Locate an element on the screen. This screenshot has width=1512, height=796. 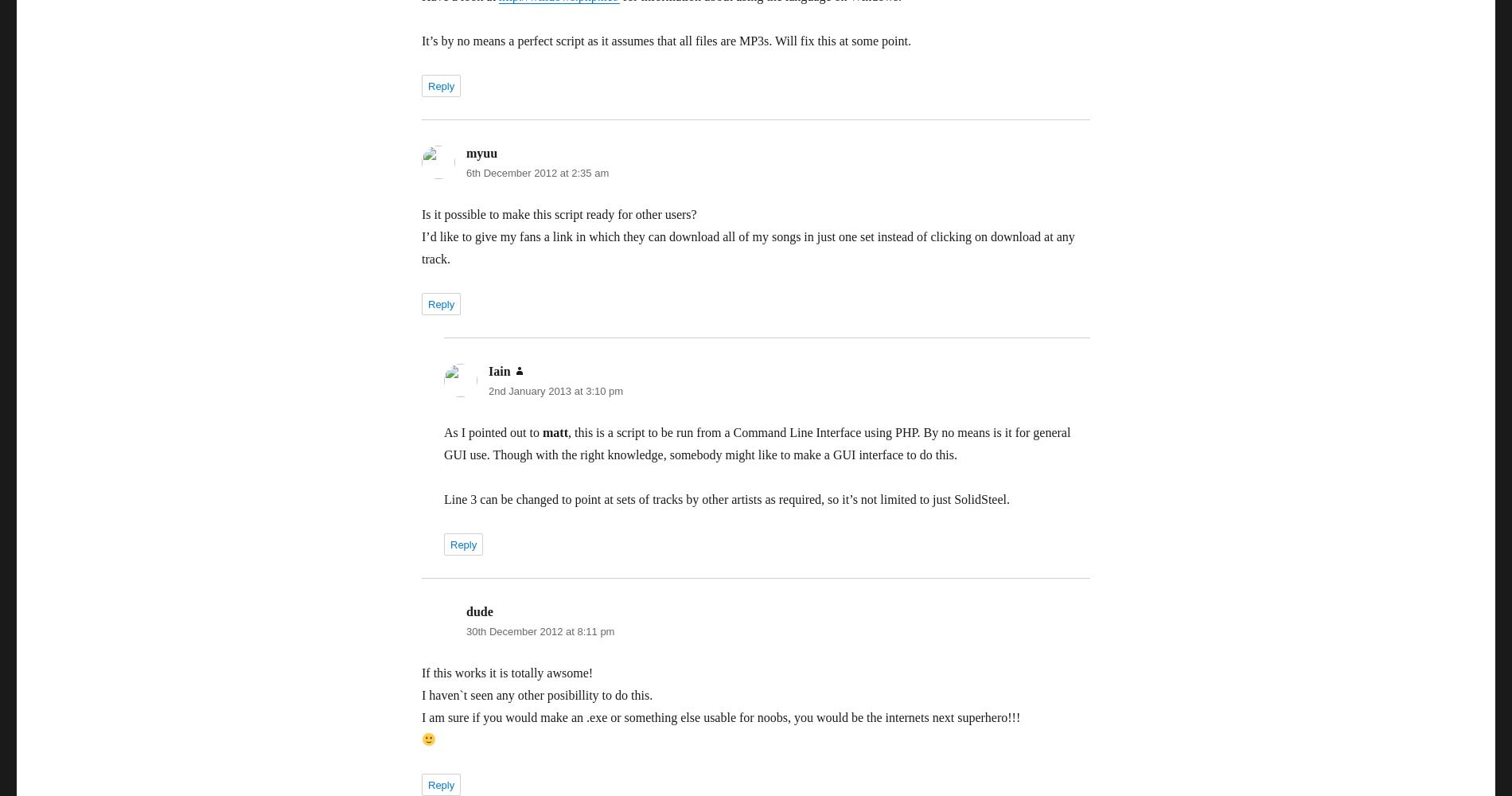
'I haven`t seen any other posibillity to do this.' is located at coordinates (537, 694).